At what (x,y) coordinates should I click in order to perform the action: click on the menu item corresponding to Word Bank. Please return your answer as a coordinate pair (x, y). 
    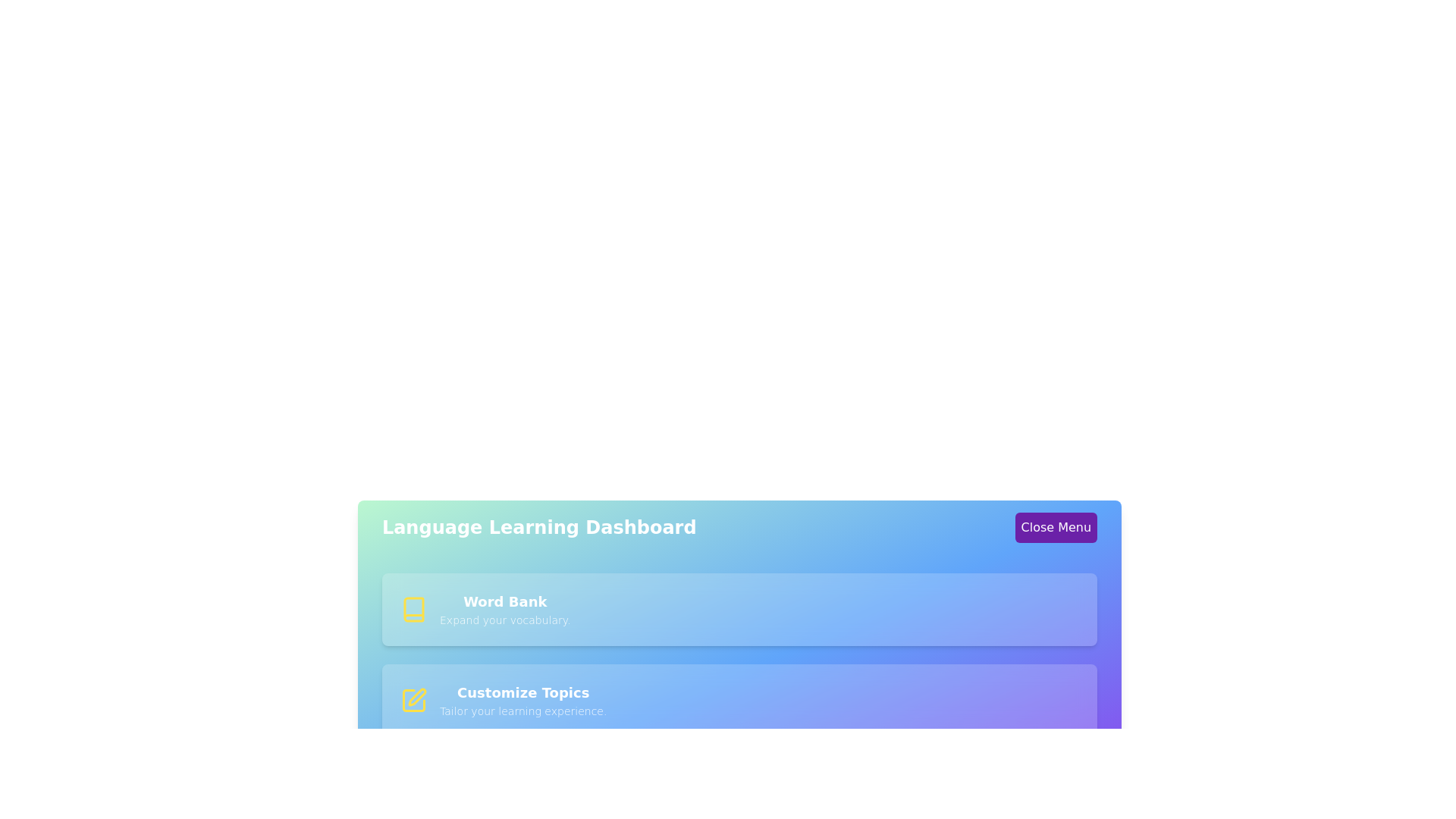
    Looking at the image, I should click on (739, 608).